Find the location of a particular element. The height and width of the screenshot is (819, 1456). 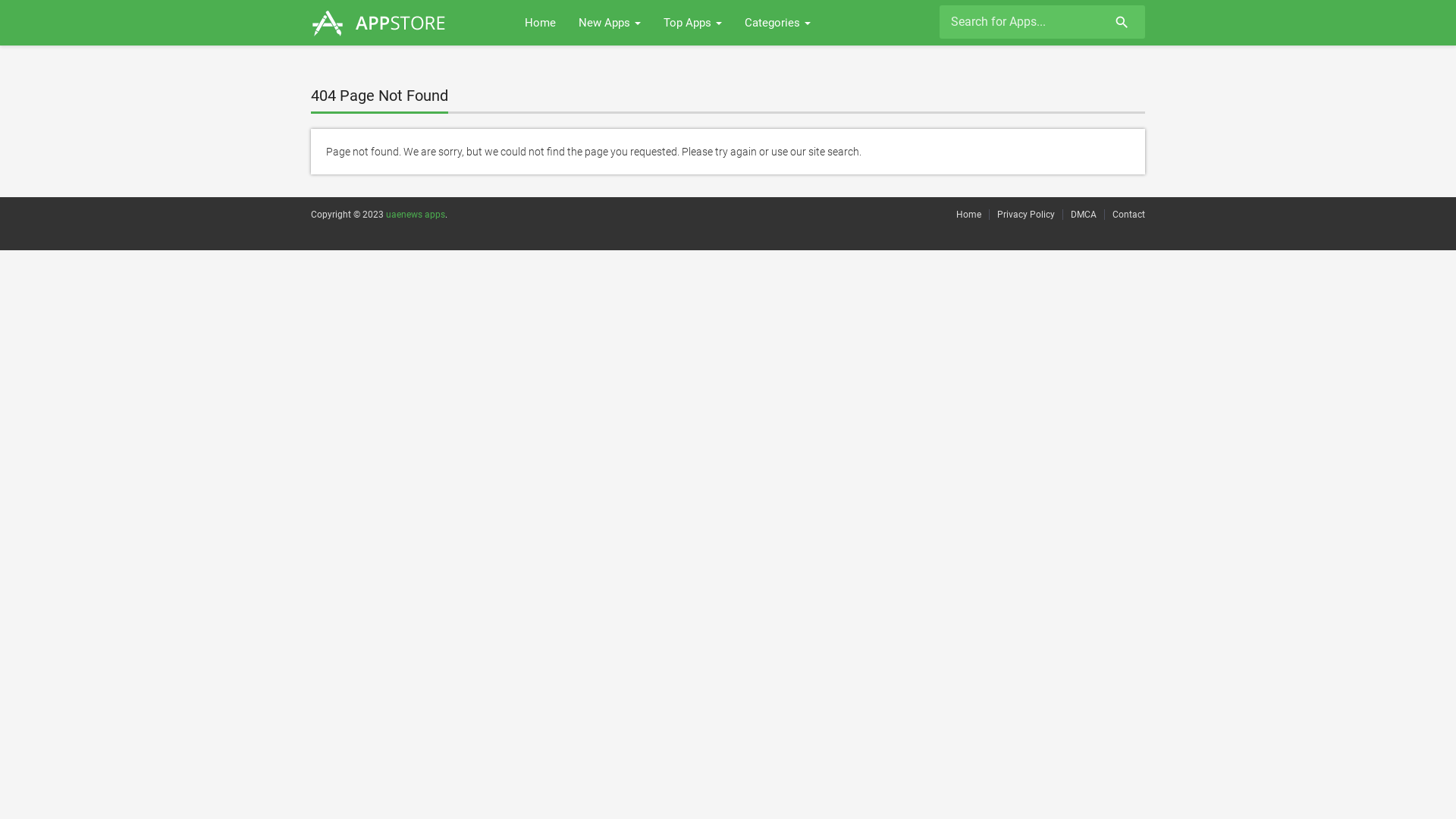

'Home' is located at coordinates (540, 23).